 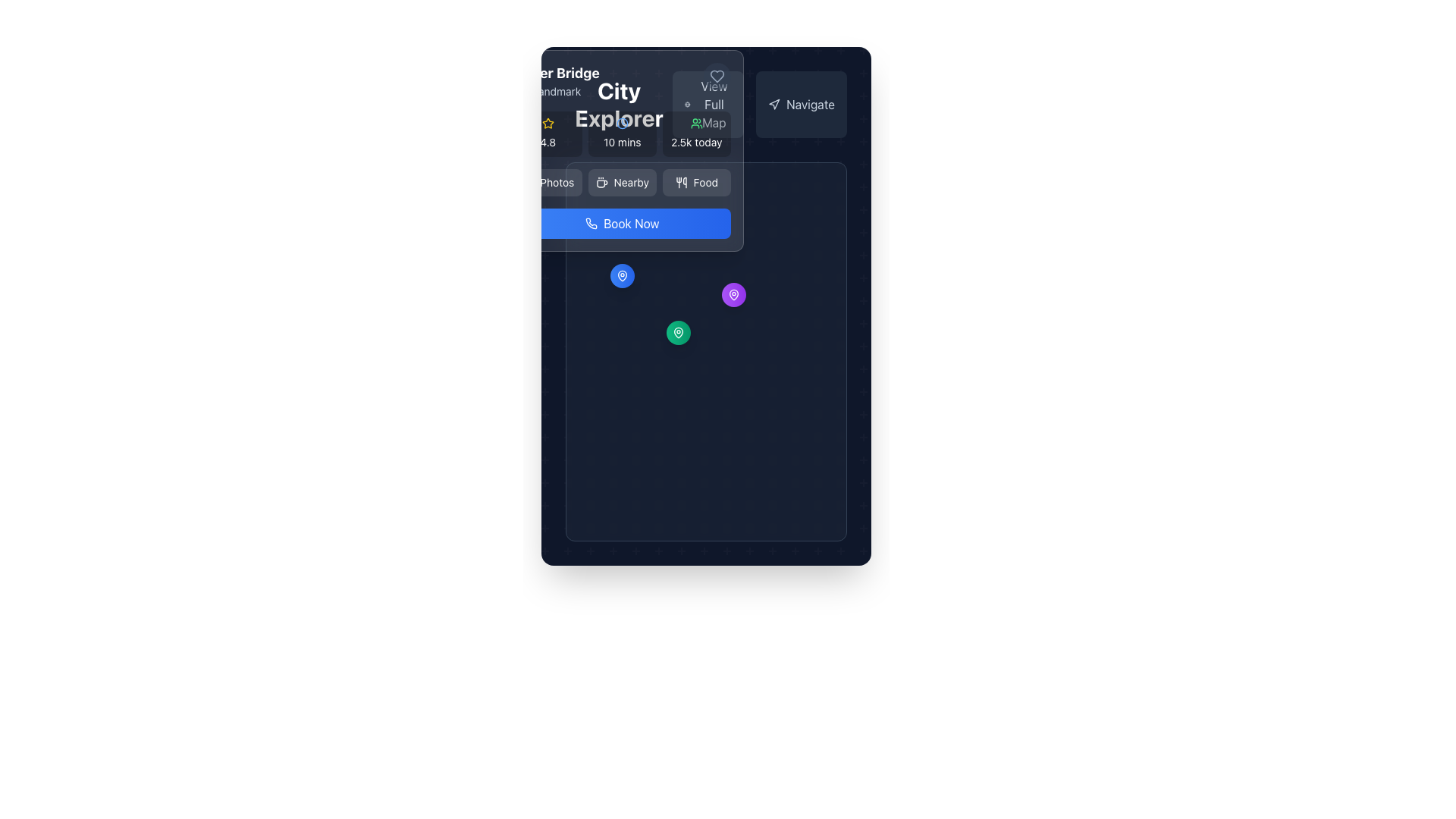 I want to click on the Location marker icon, which is a circular icon with a green gradient background, located on a dark grid among other markers, so click(x=677, y=332).